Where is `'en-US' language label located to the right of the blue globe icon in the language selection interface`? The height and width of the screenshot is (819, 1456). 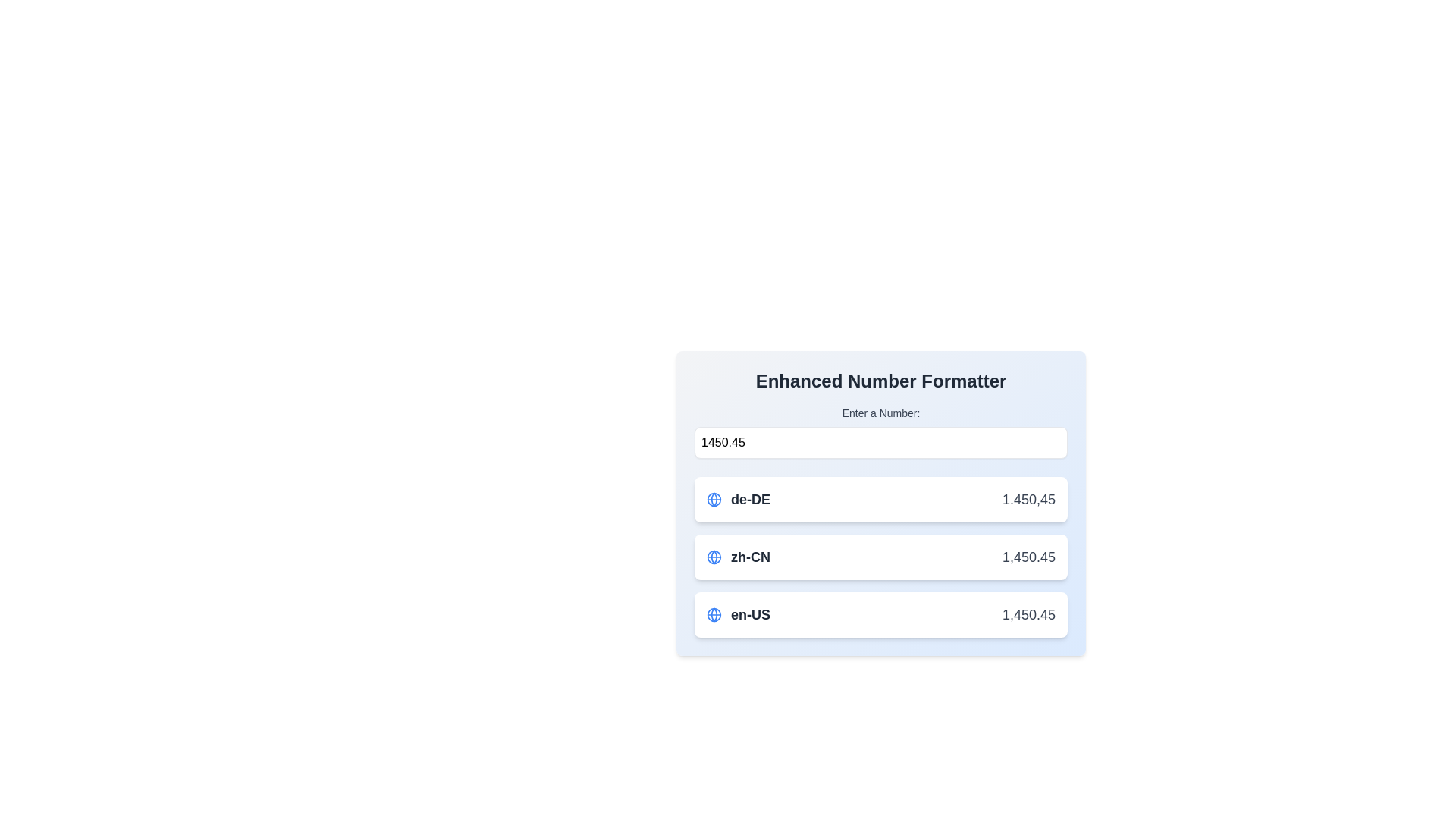
'en-US' language label located to the right of the blue globe icon in the language selection interface is located at coordinates (750, 614).